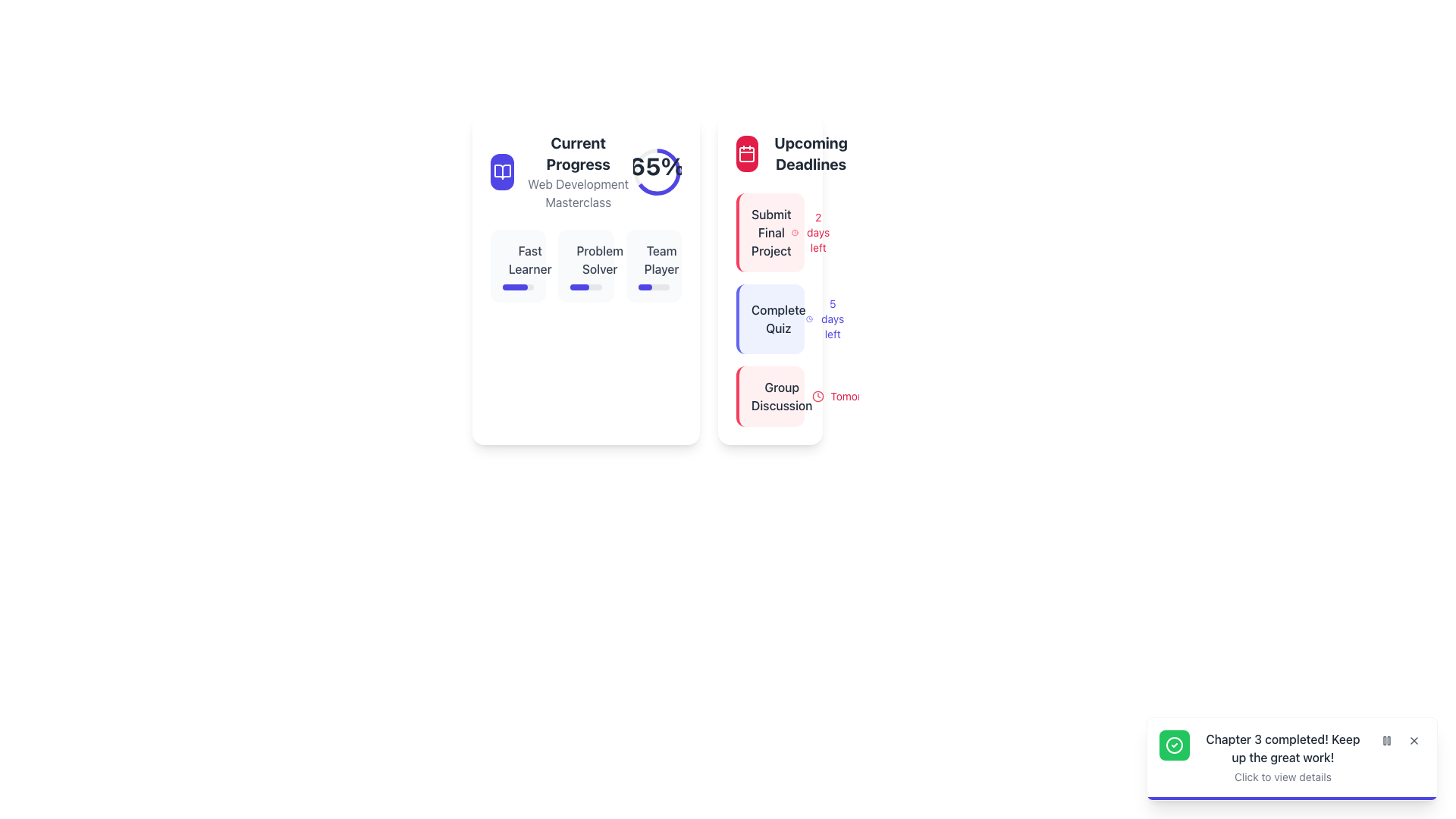 This screenshot has height=819, width=1456. Describe the element at coordinates (811, 233) in the screenshot. I see `text label that displays '2 days left' in red font, located in the top-right section of the 'Upcoming Deadlines' column, next to the 'Submit Final Project' label` at that location.